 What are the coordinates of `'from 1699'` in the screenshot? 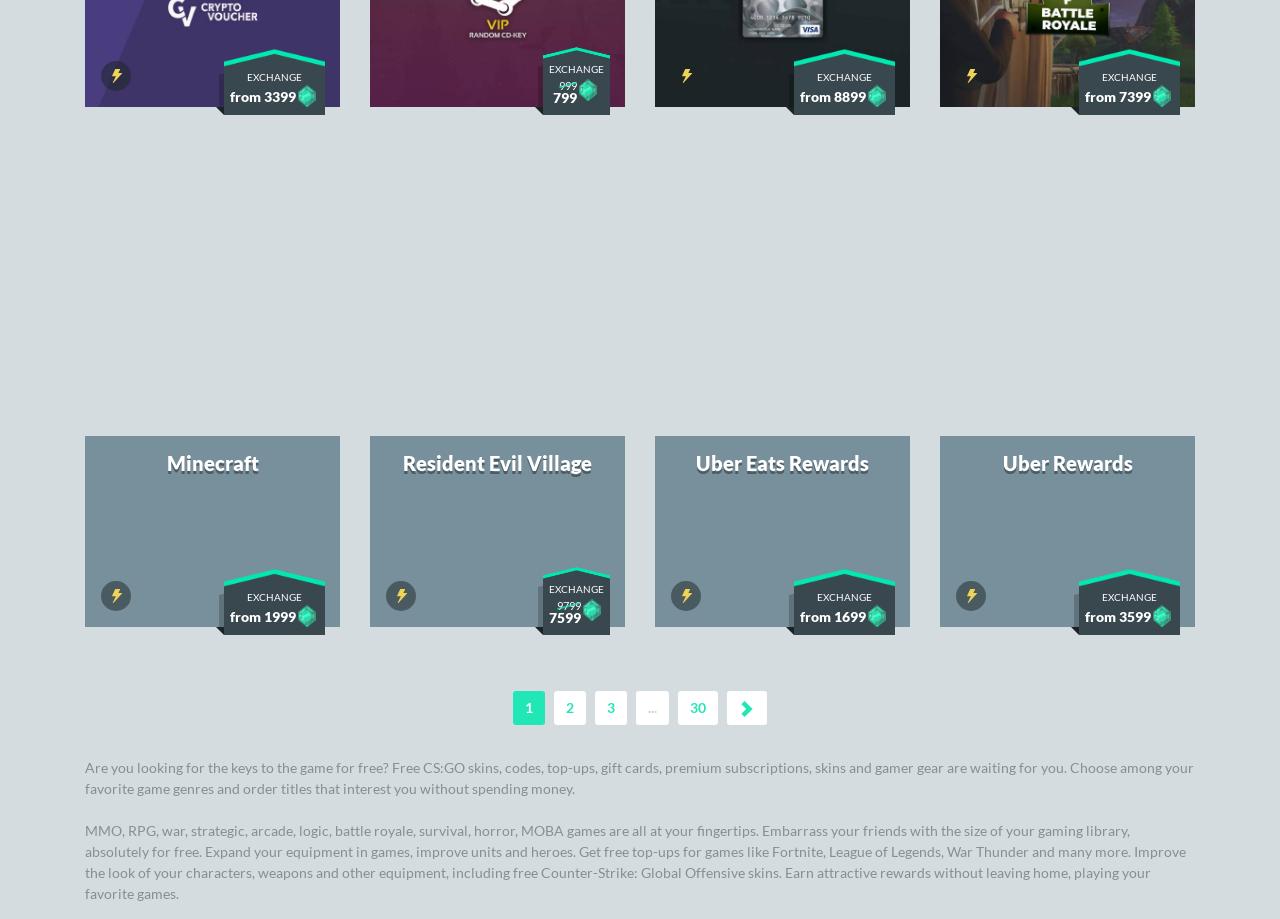 It's located at (833, 88).